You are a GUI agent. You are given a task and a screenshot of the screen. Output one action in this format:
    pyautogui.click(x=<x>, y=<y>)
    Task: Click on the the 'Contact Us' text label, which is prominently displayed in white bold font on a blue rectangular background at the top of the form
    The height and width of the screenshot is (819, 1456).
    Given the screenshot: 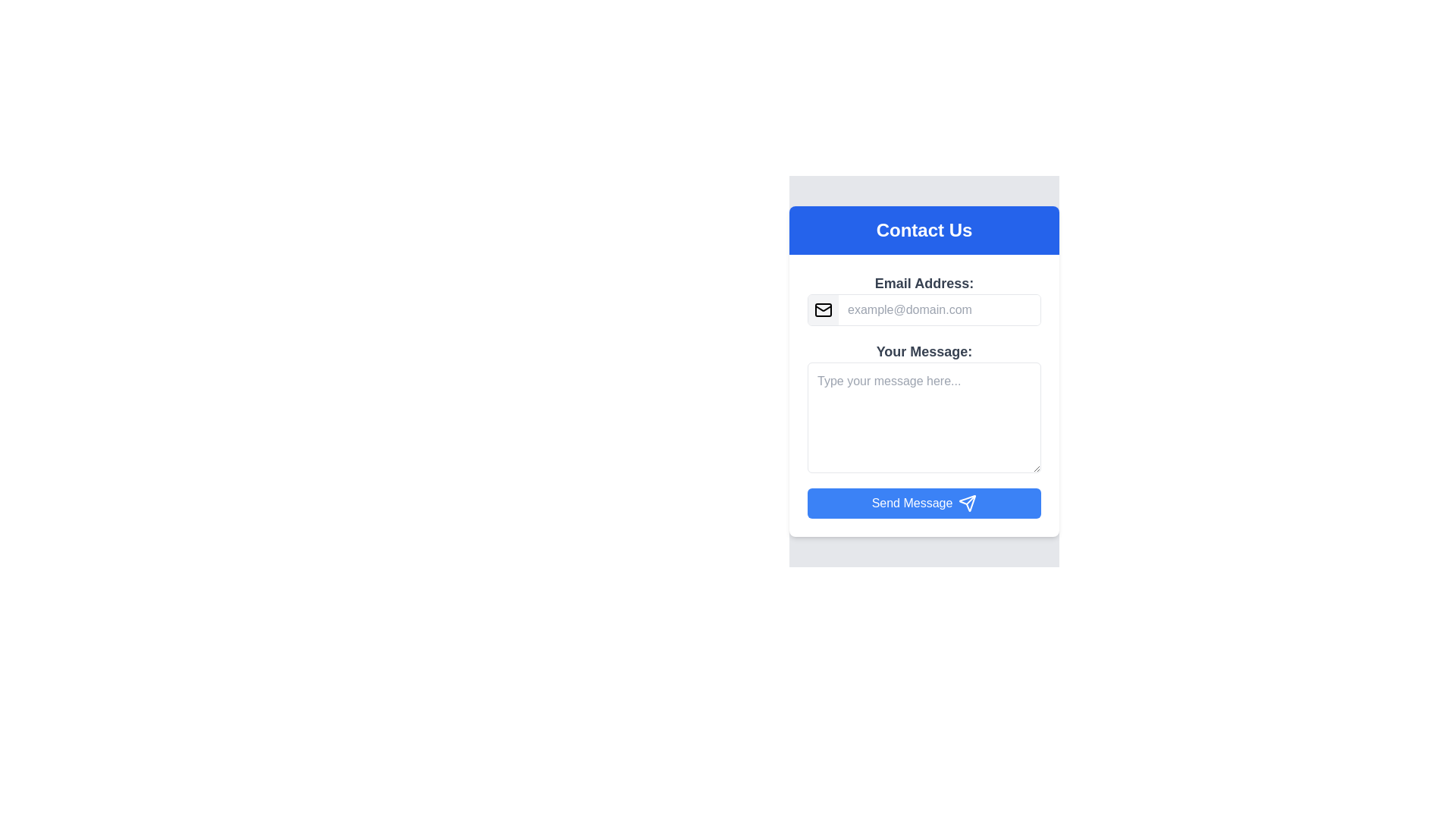 What is the action you would take?
    pyautogui.click(x=924, y=231)
    